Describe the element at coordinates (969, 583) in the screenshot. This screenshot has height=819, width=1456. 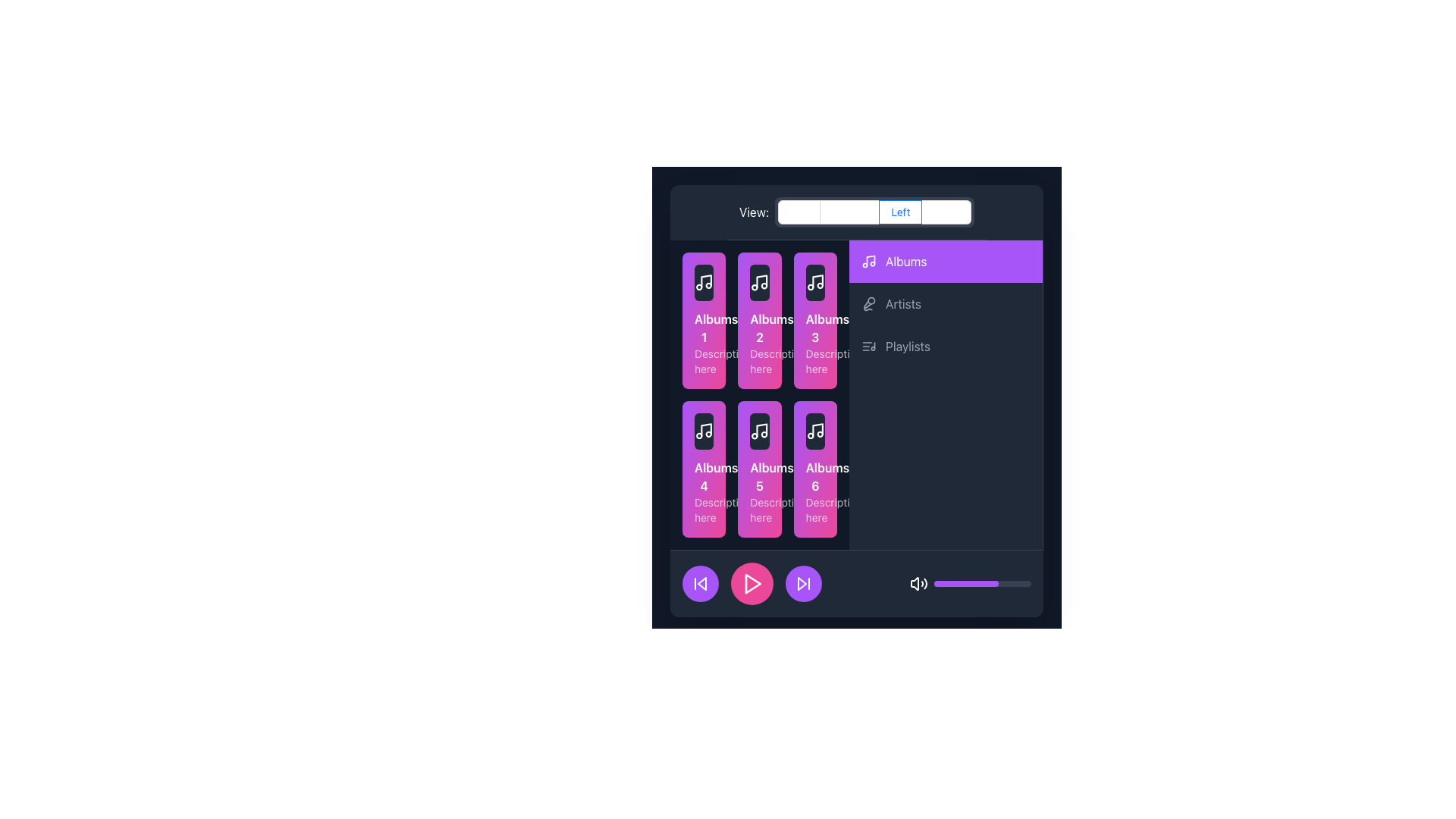
I see `the volume` at that location.